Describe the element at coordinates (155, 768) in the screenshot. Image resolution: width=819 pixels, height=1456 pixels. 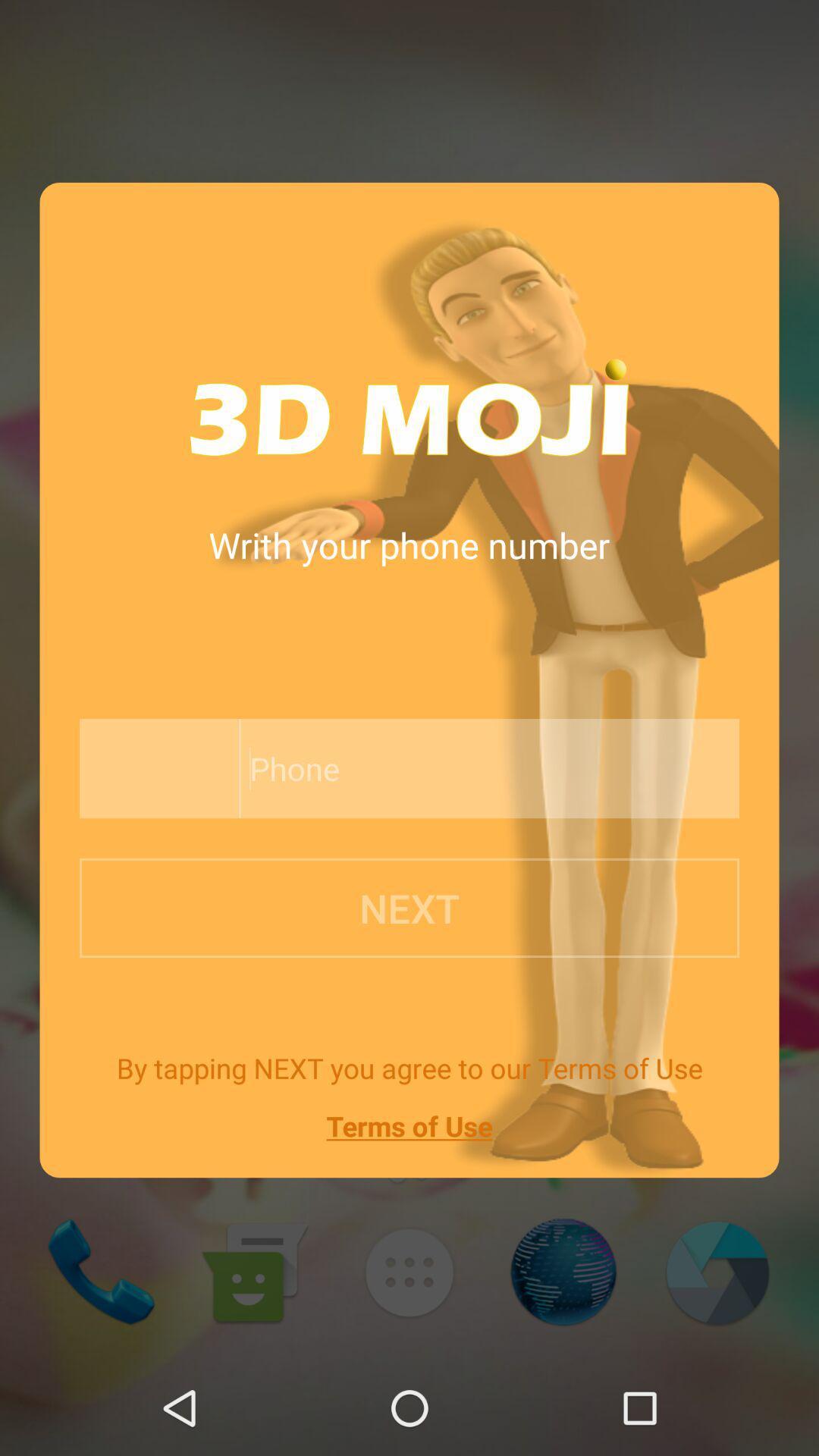
I see `the item below writh your phone app` at that location.